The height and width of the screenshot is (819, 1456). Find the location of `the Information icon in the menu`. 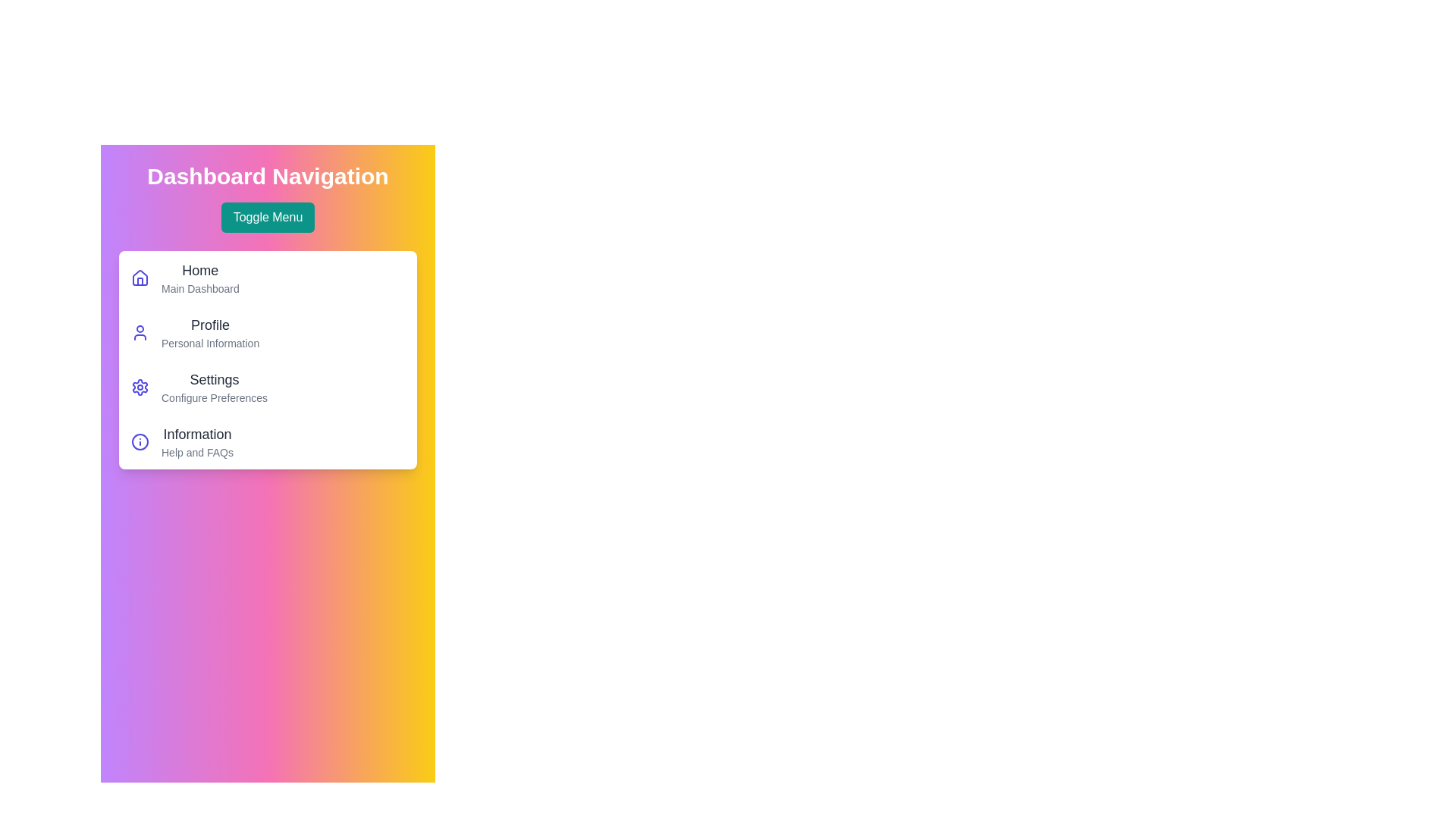

the Information icon in the menu is located at coordinates (140, 441).